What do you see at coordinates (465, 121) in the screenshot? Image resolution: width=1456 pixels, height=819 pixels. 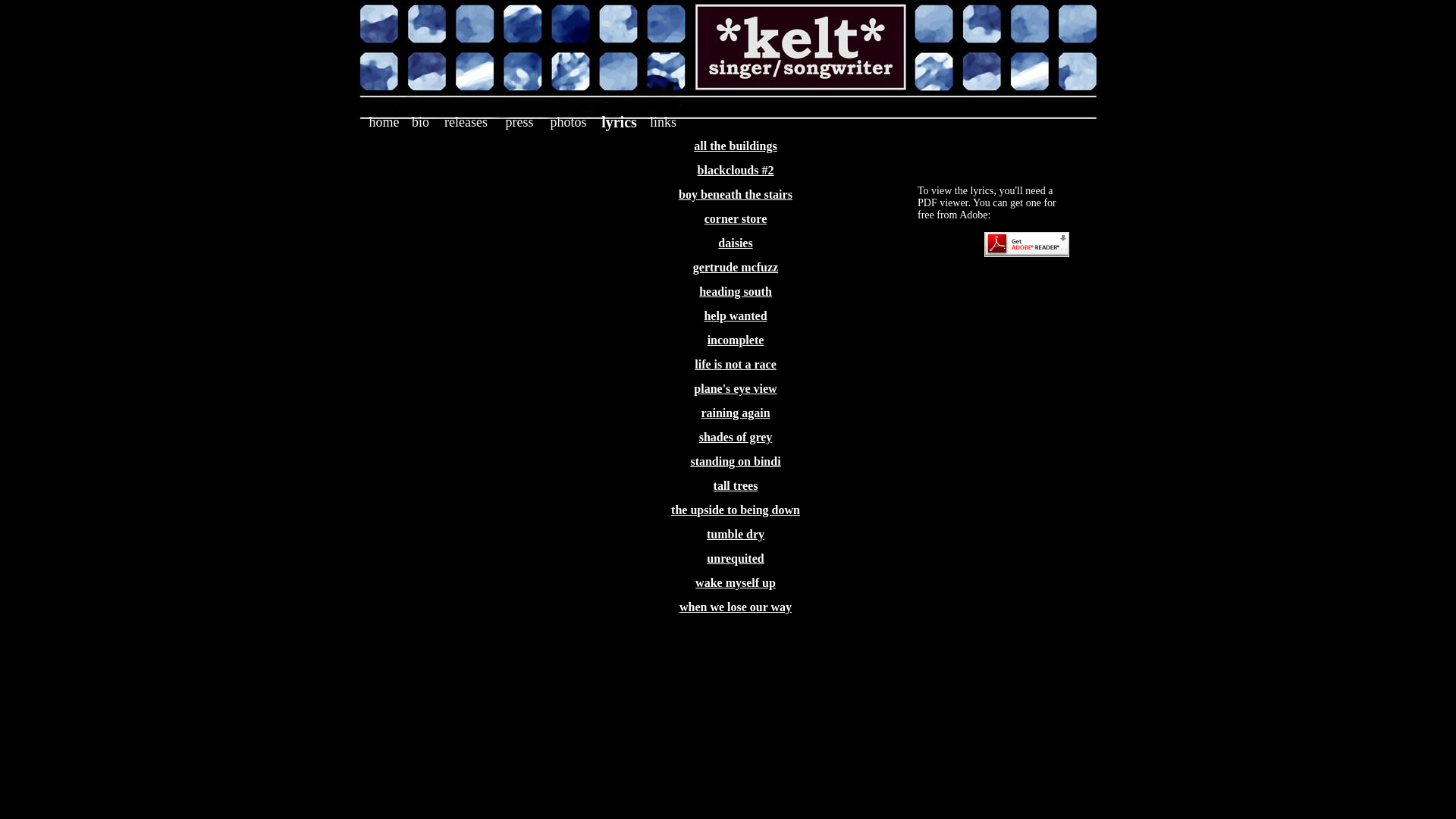 I see `'releases'` at bounding box center [465, 121].